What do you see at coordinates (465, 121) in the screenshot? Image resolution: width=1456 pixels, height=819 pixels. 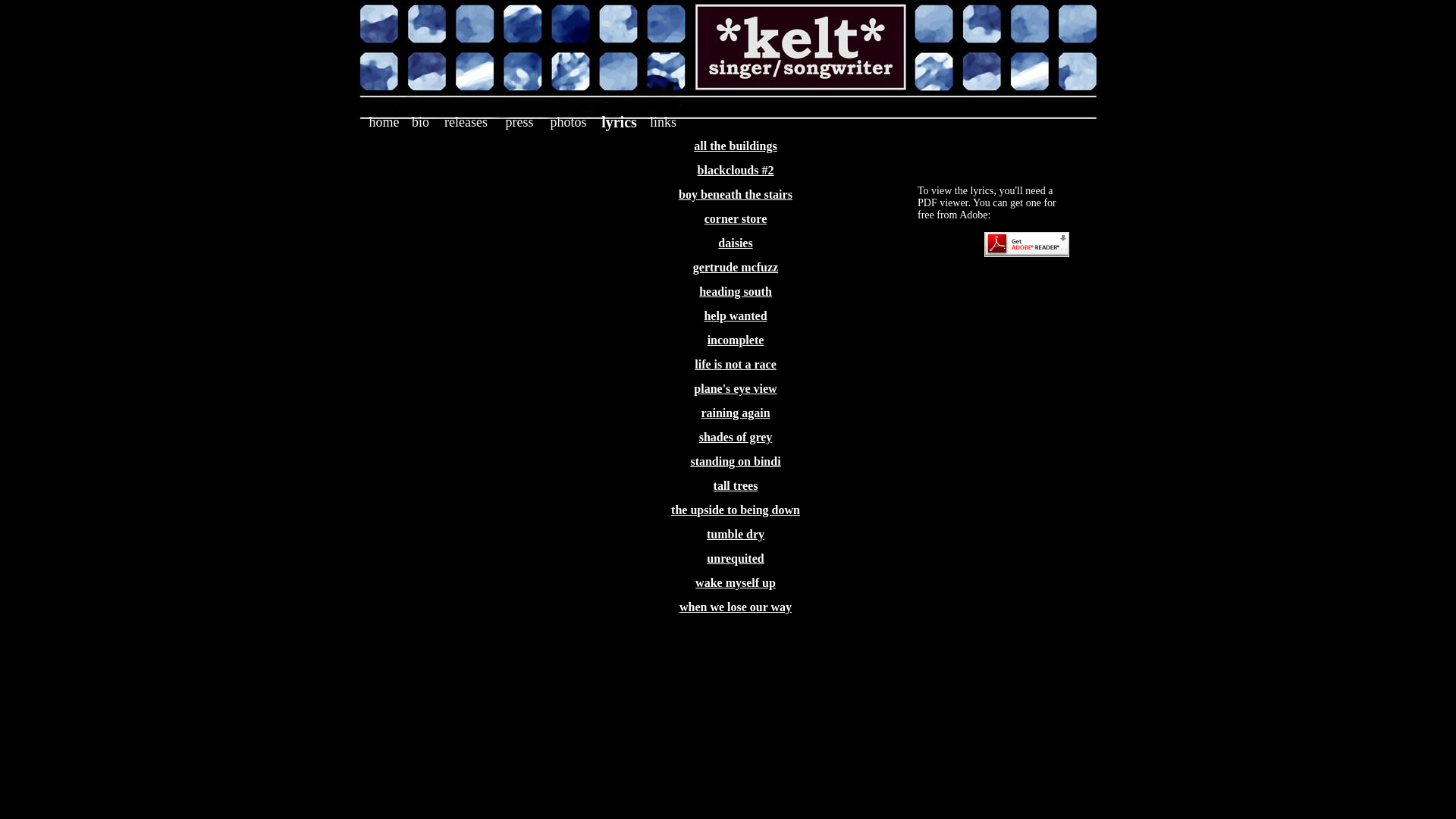 I see `'releases'` at bounding box center [465, 121].